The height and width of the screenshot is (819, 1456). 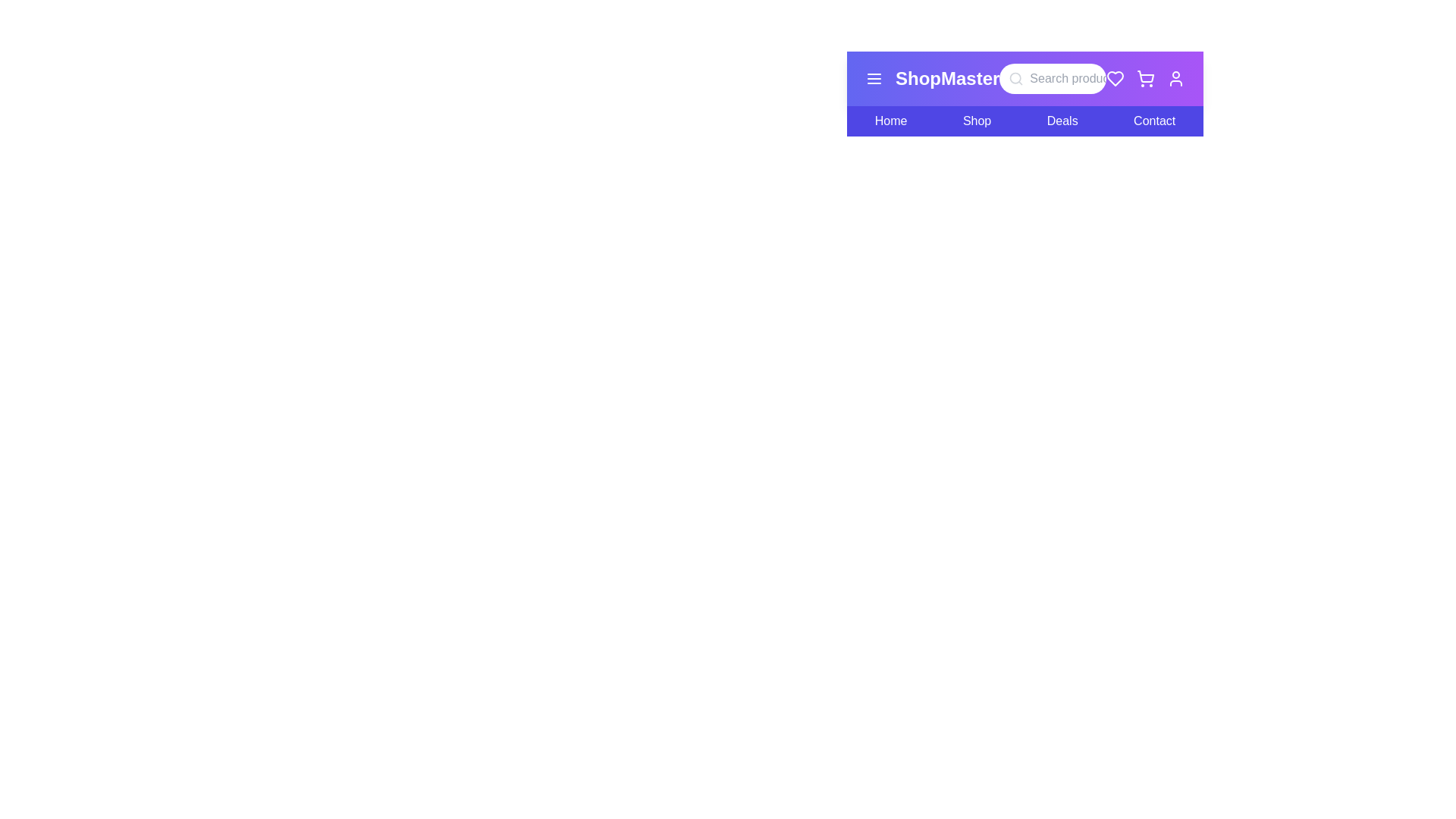 I want to click on the Contact menu item in the navigation bar, so click(x=1153, y=120).